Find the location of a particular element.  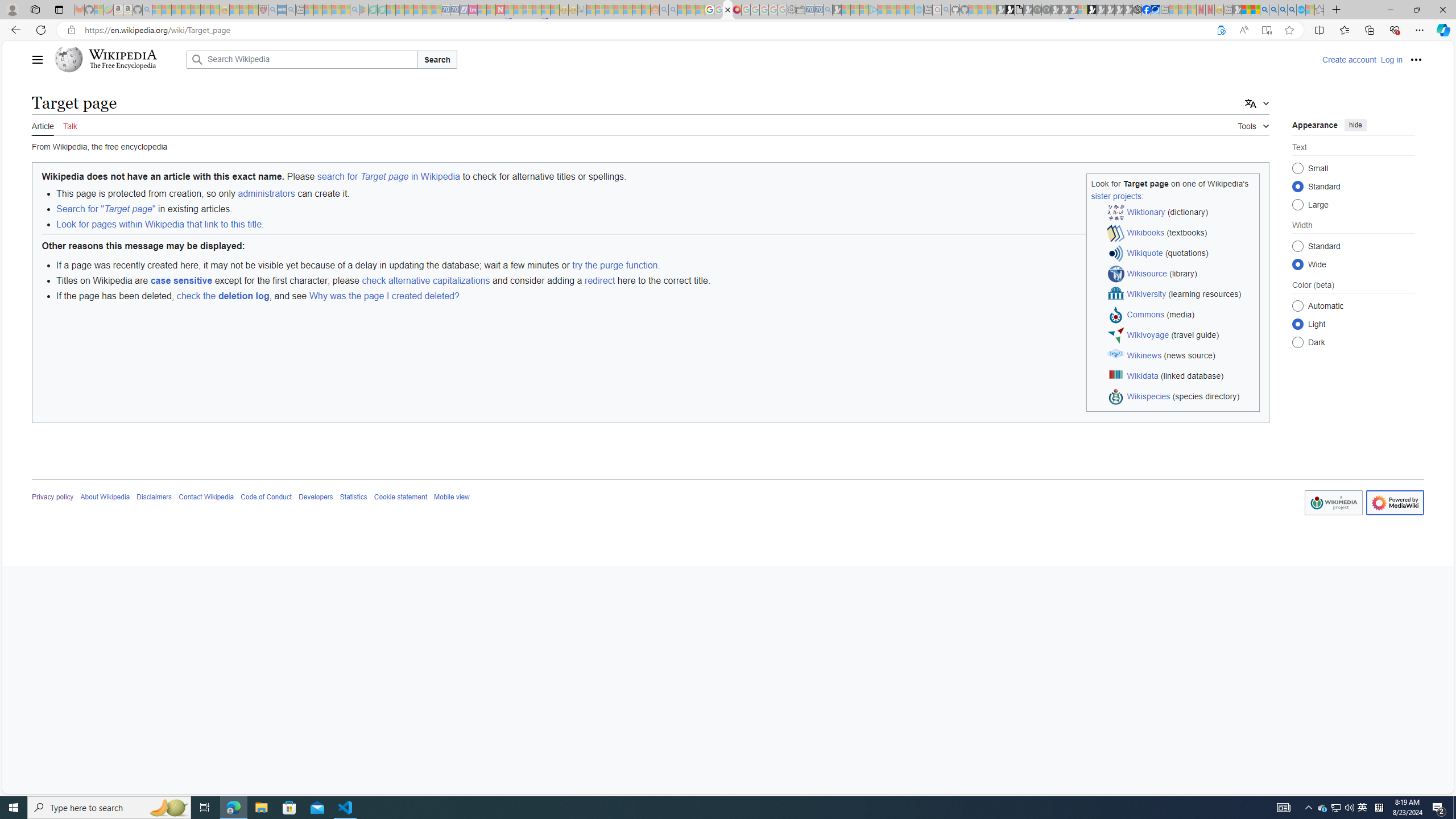

'Class: mw-list-item mw-list-item-js' is located at coordinates (1354, 323).